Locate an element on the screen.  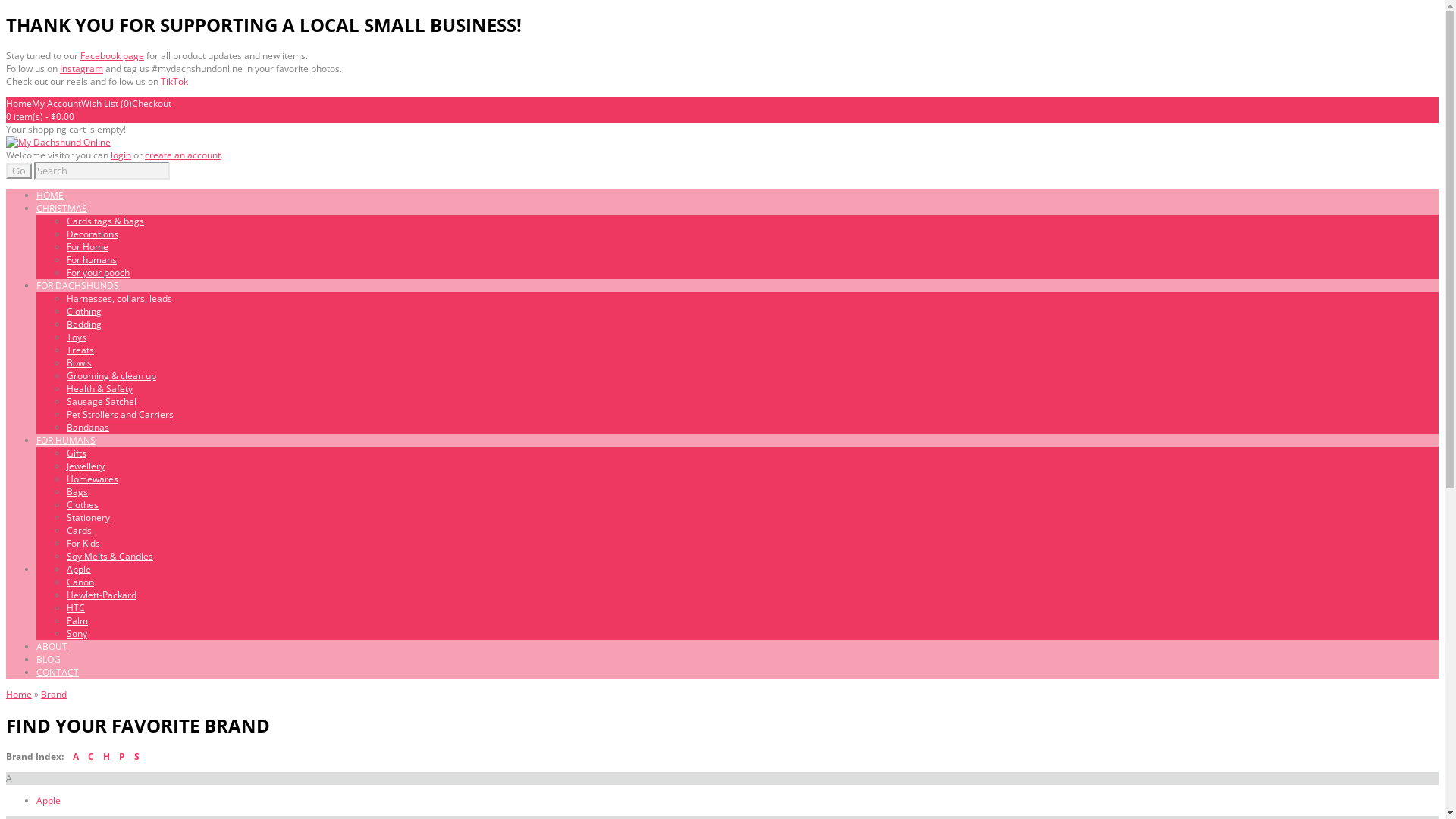
'Stationery' is located at coordinates (87, 516).